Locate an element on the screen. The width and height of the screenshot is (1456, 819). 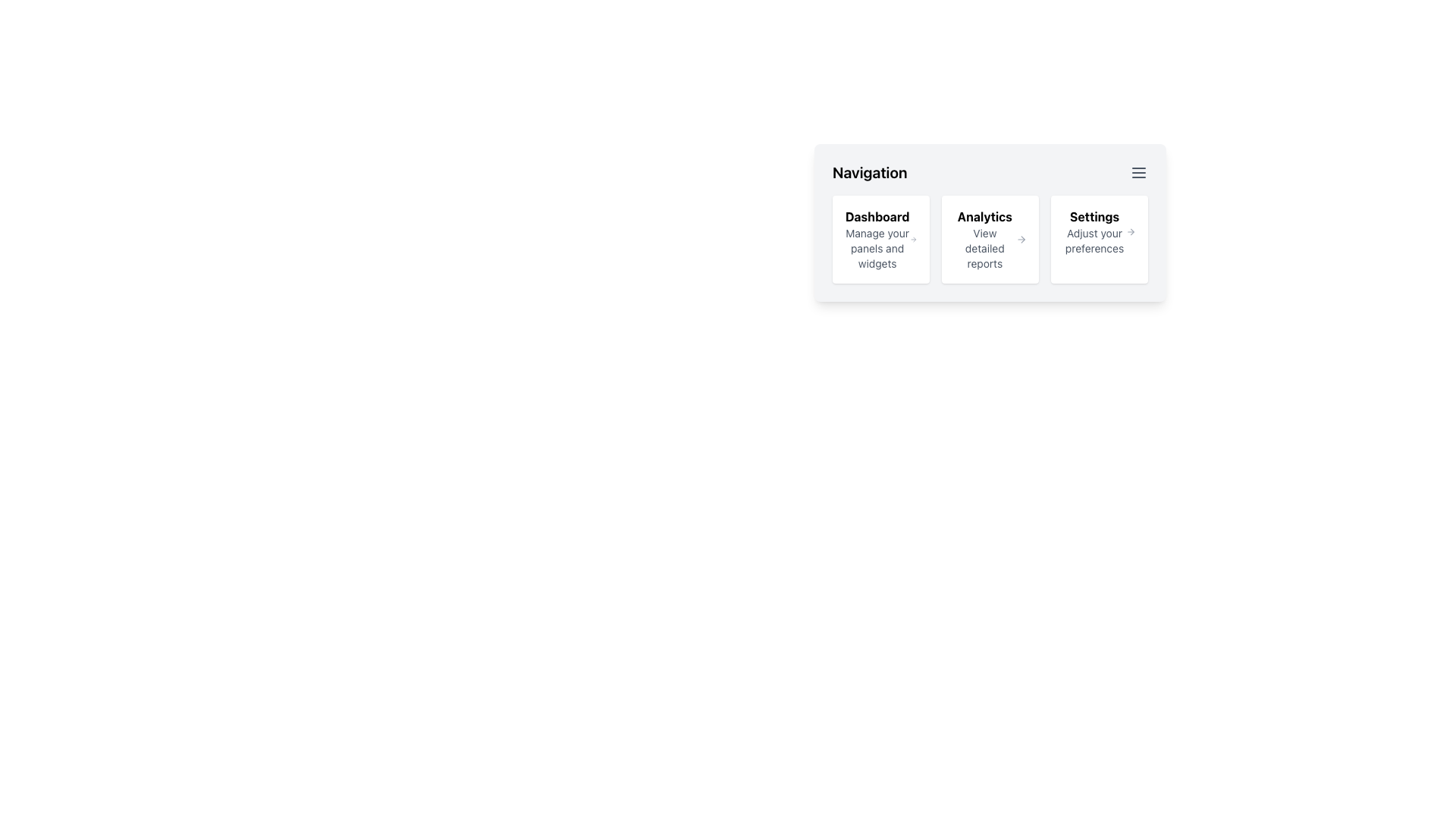
the navigation arrow icon located in the 'Analytics' section, which suggests further details related to analytics, positioned to the right of 'View detailed reports' is located at coordinates (1021, 239).